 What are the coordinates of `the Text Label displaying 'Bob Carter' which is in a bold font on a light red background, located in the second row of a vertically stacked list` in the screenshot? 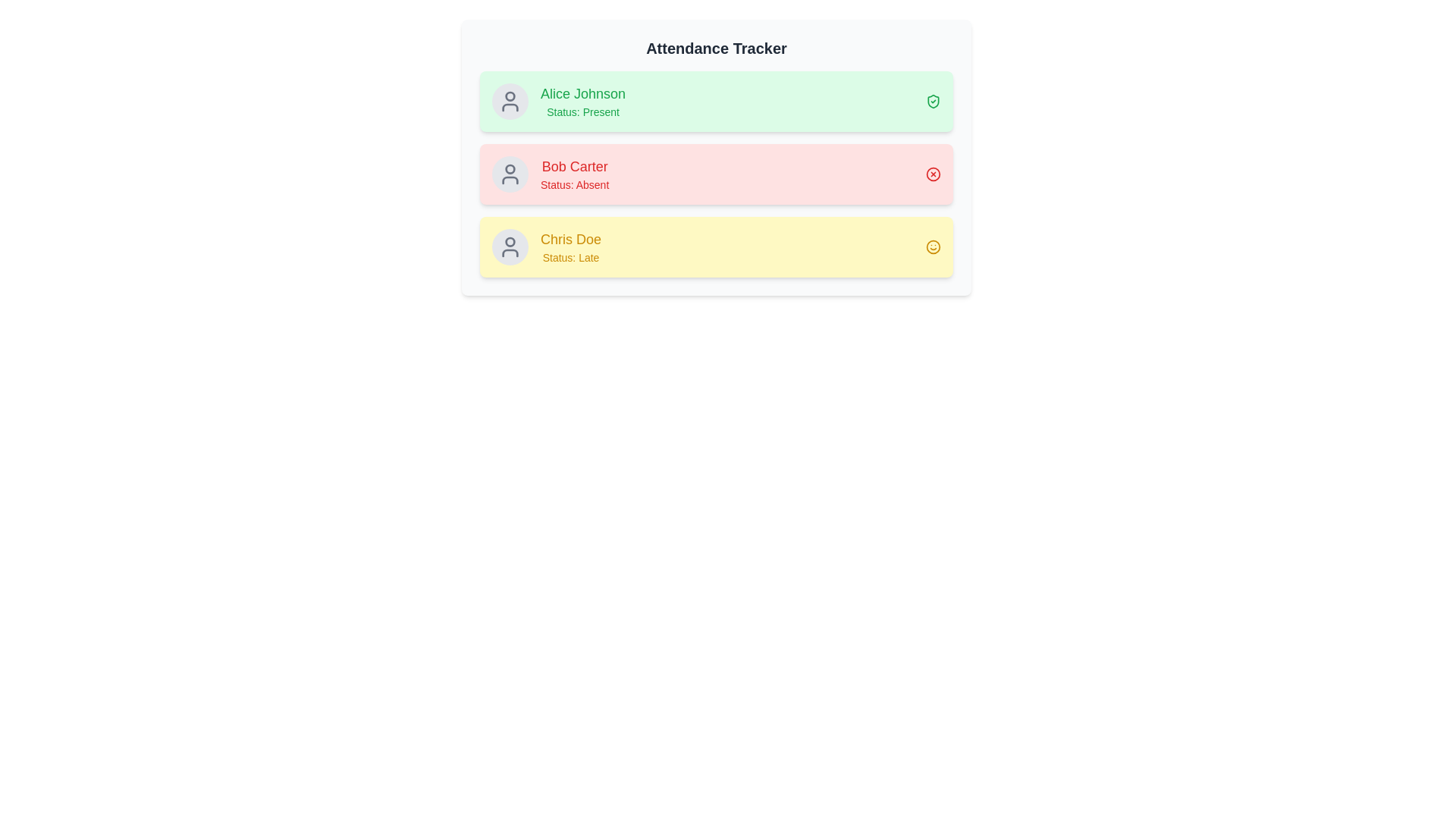 It's located at (574, 166).